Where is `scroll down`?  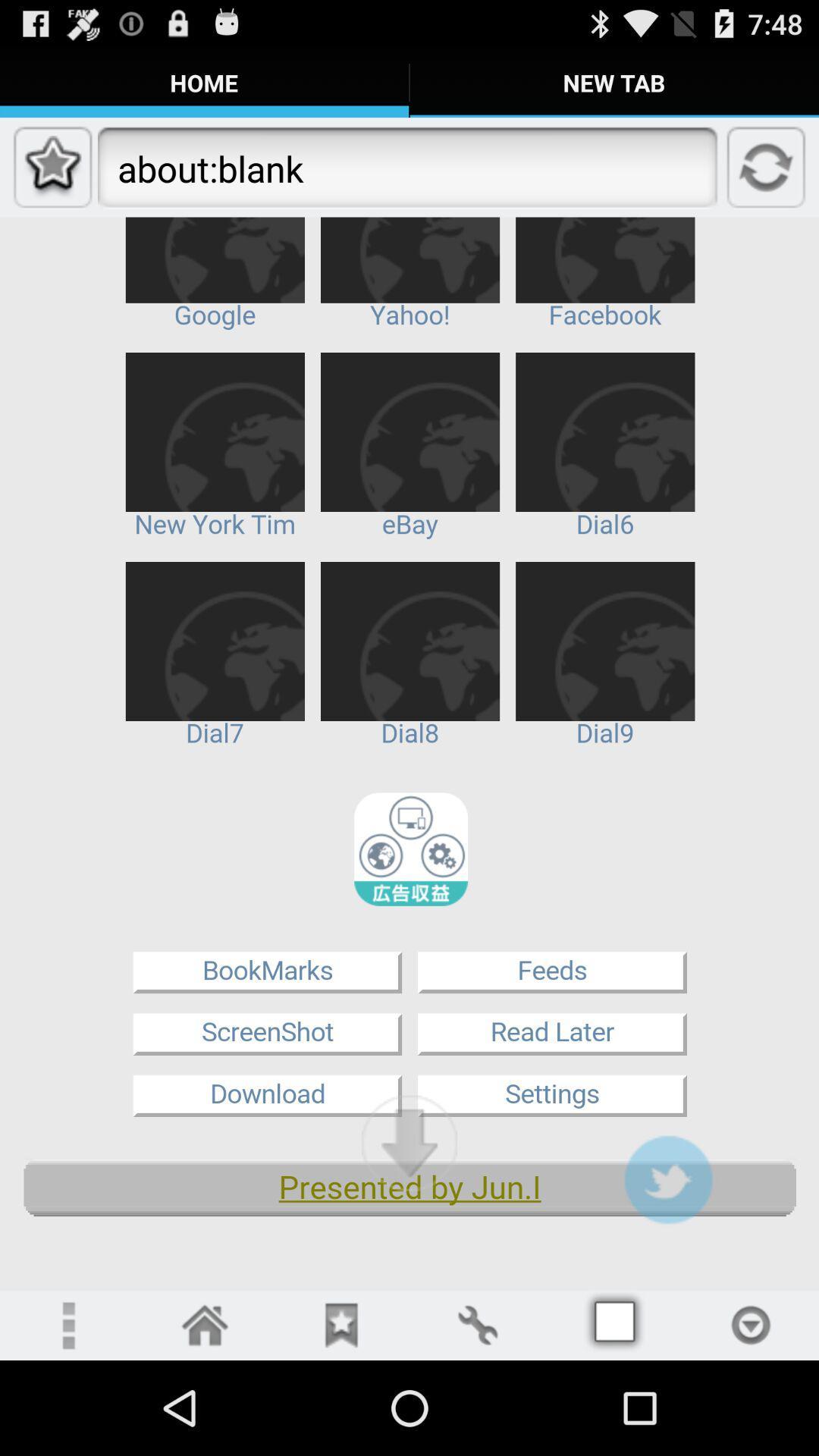
scroll down is located at coordinates (409, 1143).